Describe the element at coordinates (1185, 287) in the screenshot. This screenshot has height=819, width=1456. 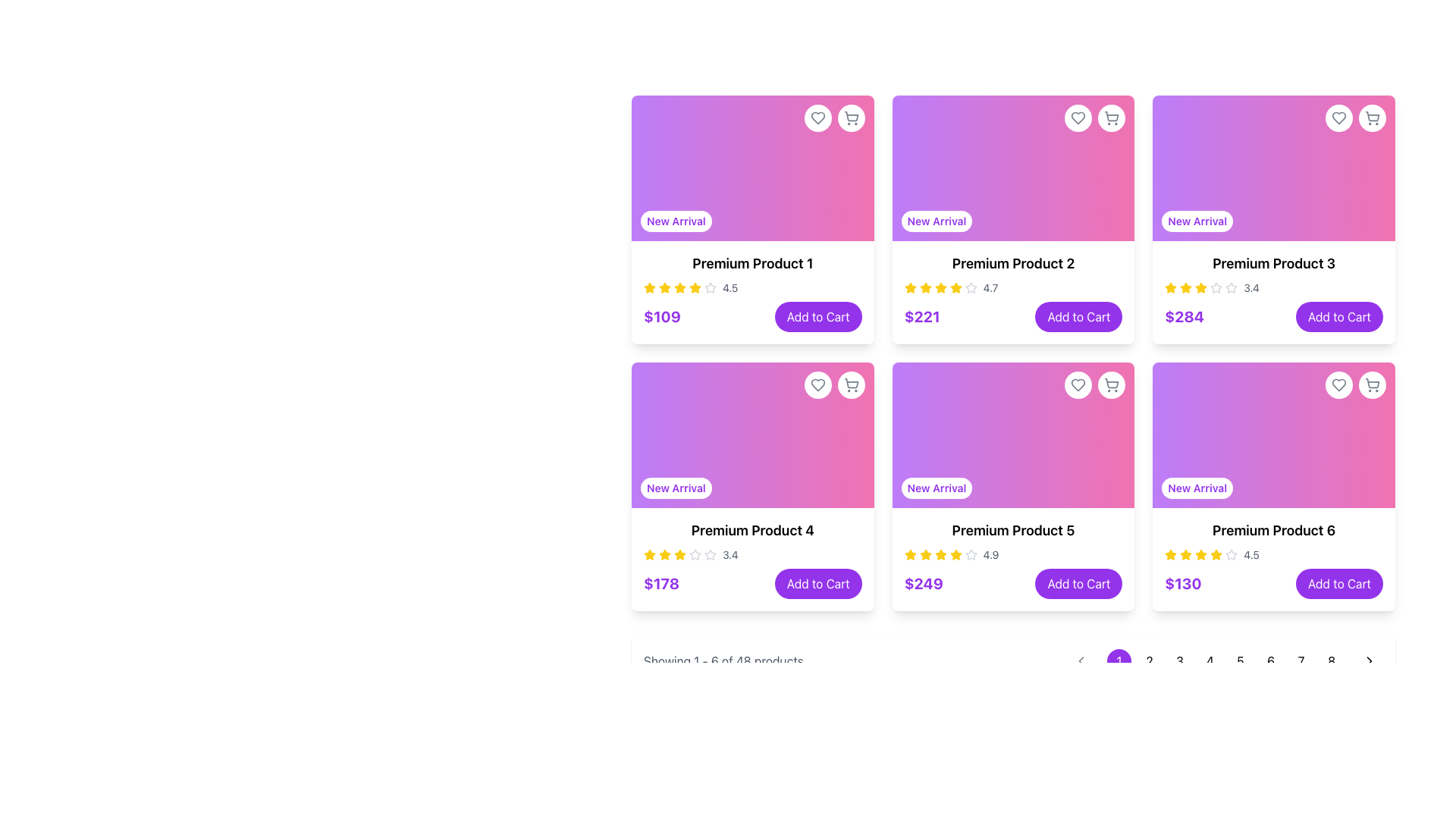
I see `the first star in the star rating indicator of the 'Premium Product 3' card to rate the product` at that location.